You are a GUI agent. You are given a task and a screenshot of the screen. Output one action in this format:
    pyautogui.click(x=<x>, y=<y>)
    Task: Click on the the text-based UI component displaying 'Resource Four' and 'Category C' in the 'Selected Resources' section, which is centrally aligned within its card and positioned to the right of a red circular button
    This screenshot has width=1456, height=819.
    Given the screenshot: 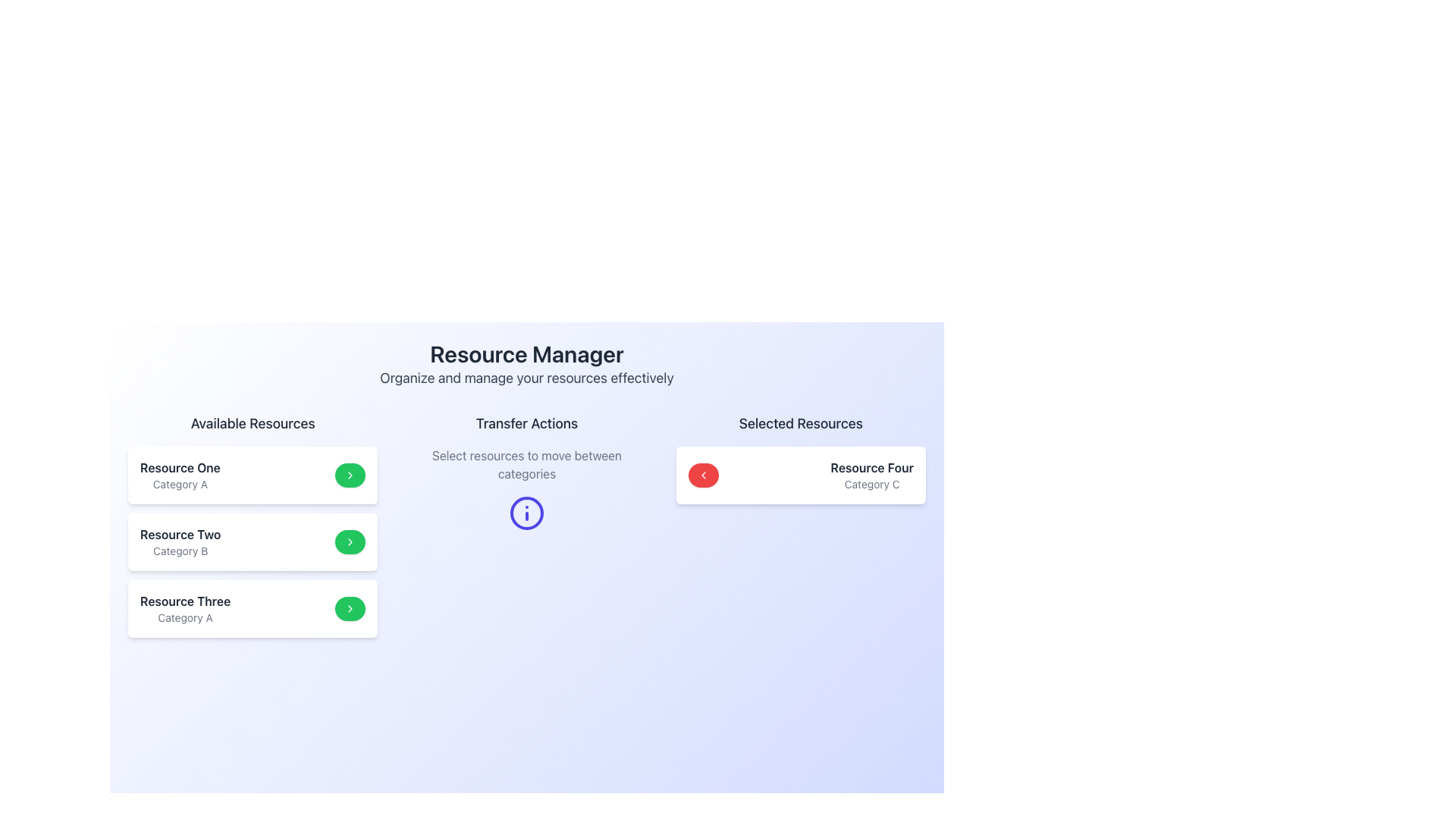 What is the action you would take?
    pyautogui.click(x=872, y=475)
    